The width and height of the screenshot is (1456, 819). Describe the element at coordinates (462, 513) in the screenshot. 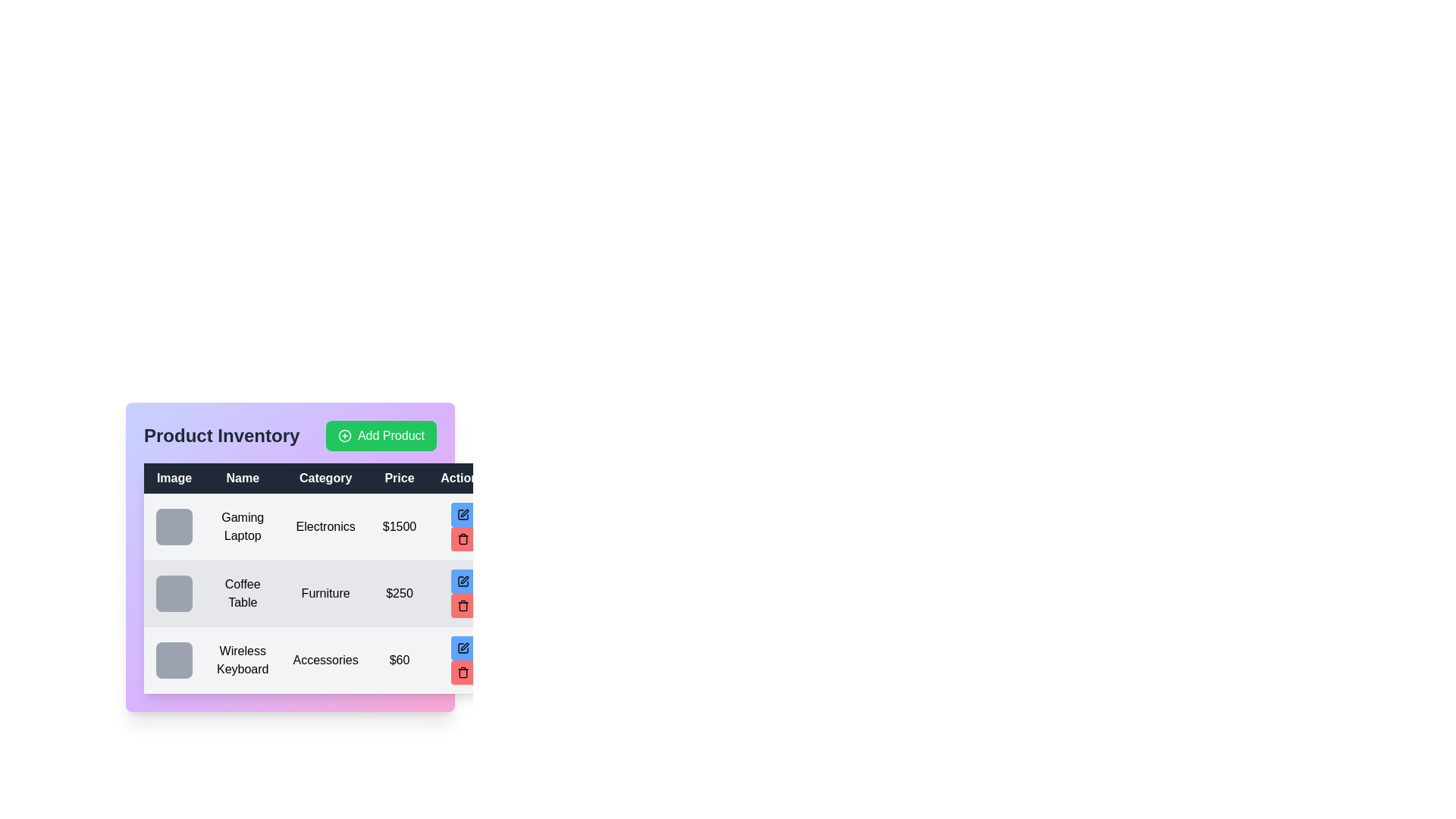

I see `the edit button icon with a pen illustration, located in the 'Actions' column for 'Gaming Laptop'` at that location.